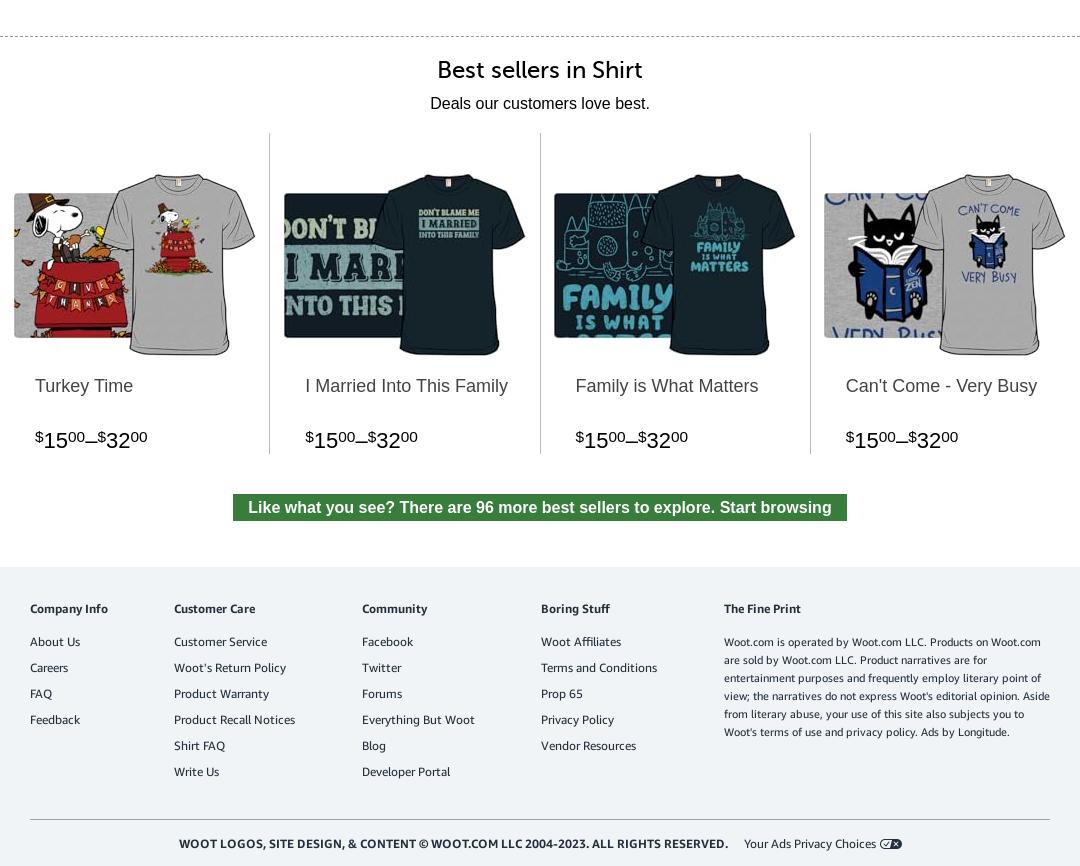  Describe the element at coordinates (575, 607) in the screenshot. I see `'Boring Stuff'` at that location.